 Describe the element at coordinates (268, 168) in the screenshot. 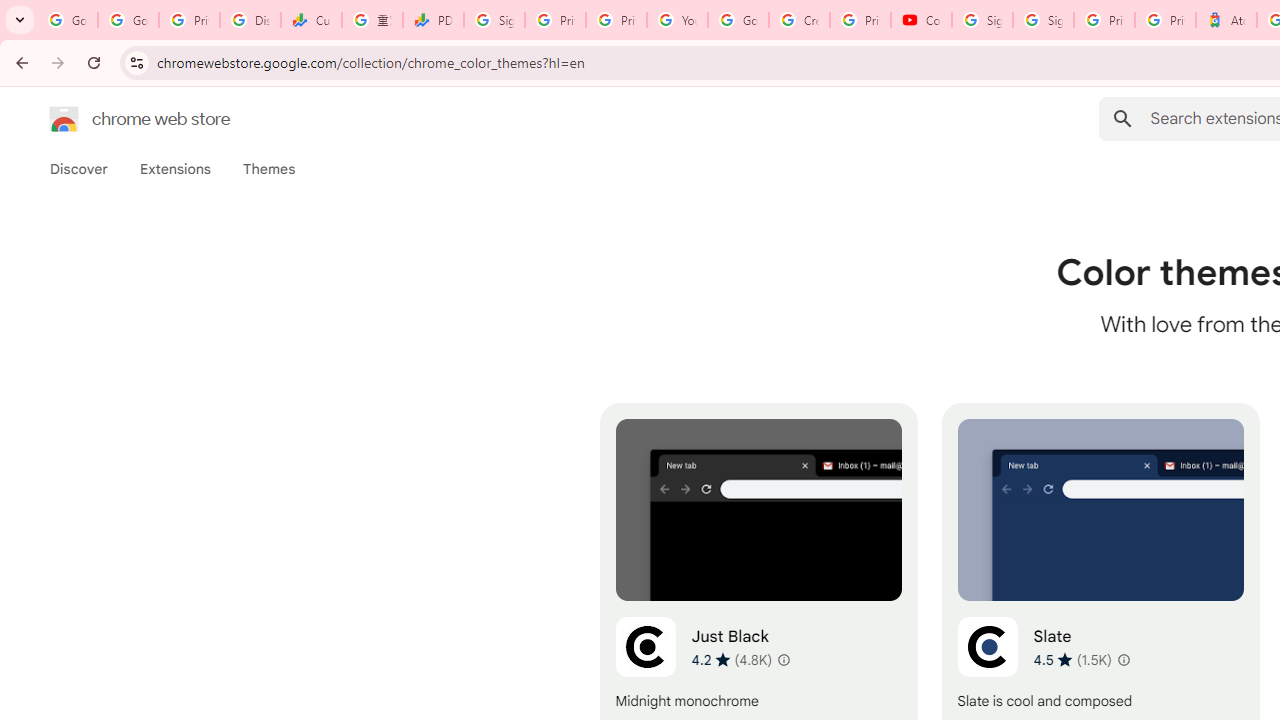

I see `'Themes'` at that location.